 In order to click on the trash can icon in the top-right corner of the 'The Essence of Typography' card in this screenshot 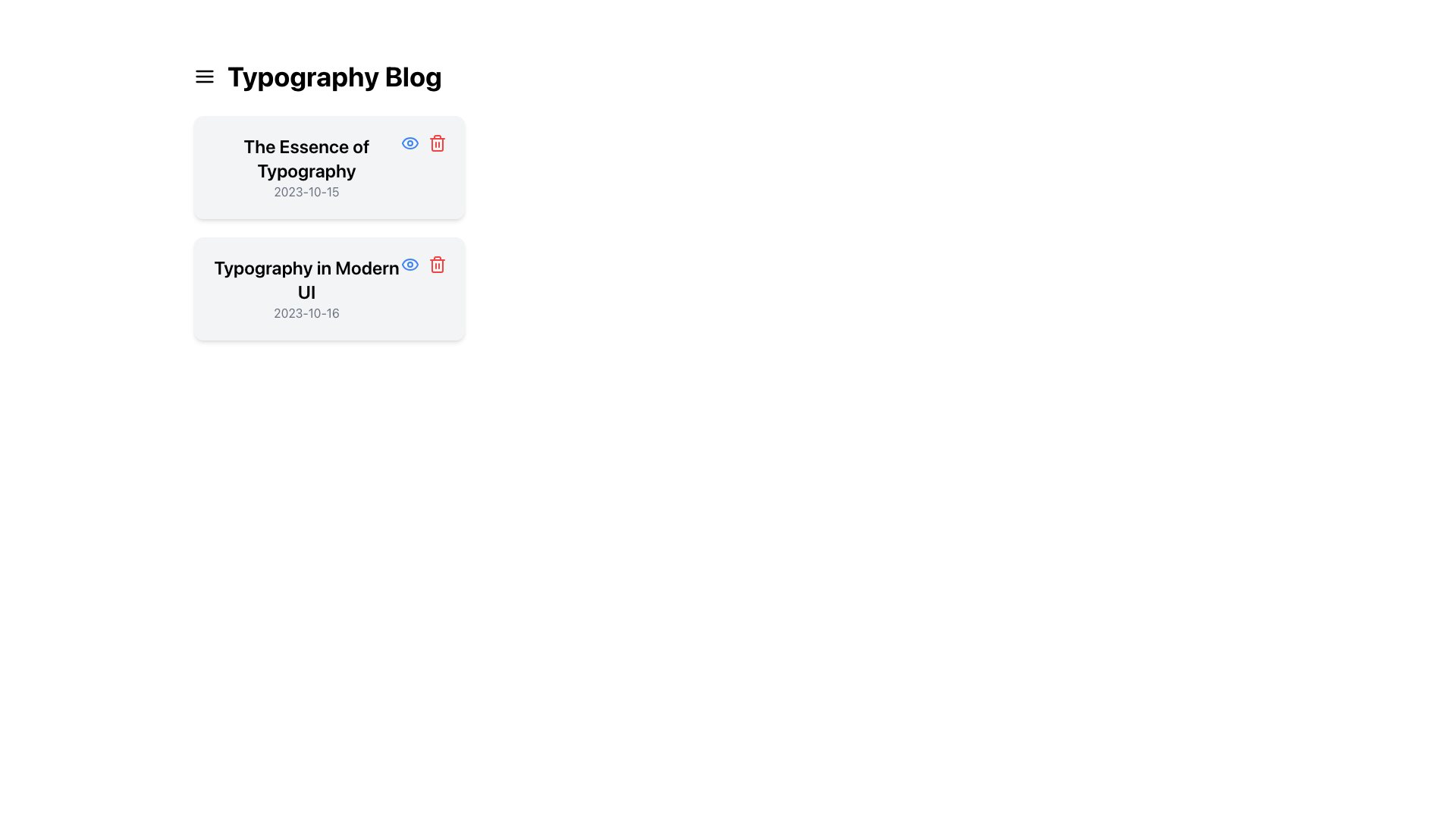, I will do `click(436, 145)`.